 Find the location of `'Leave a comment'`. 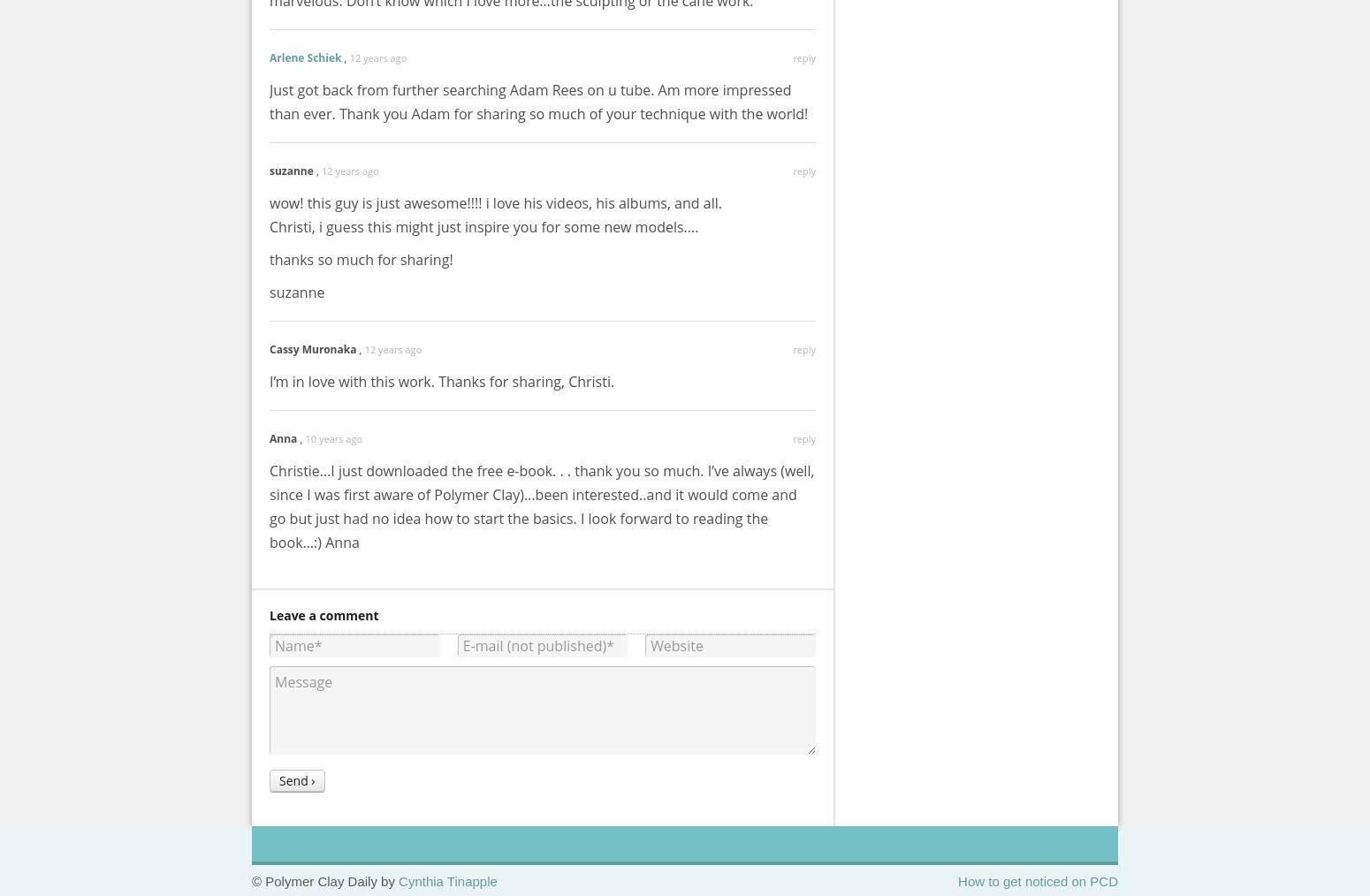

'Leave a comment' is located at coordinates (323, 614).